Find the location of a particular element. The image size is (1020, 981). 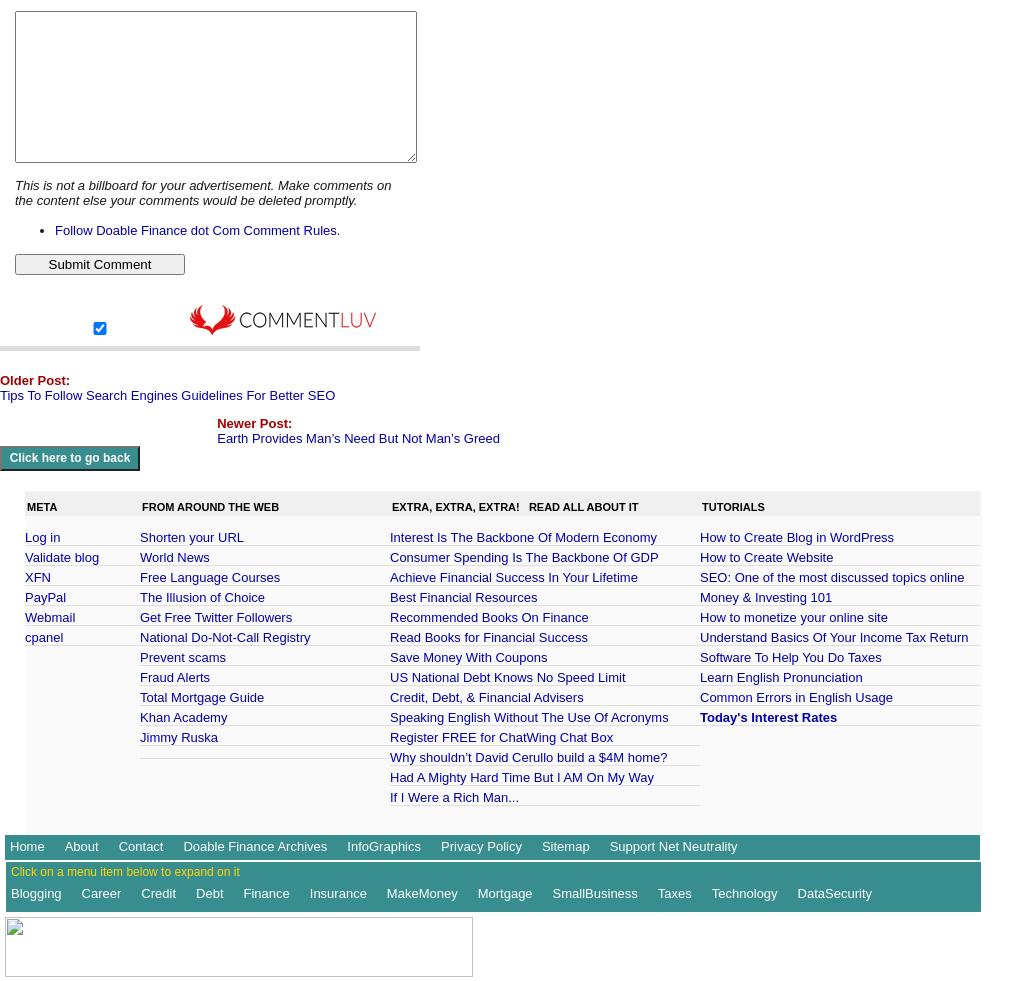

'Finance' is located at coordinates (265, 893).